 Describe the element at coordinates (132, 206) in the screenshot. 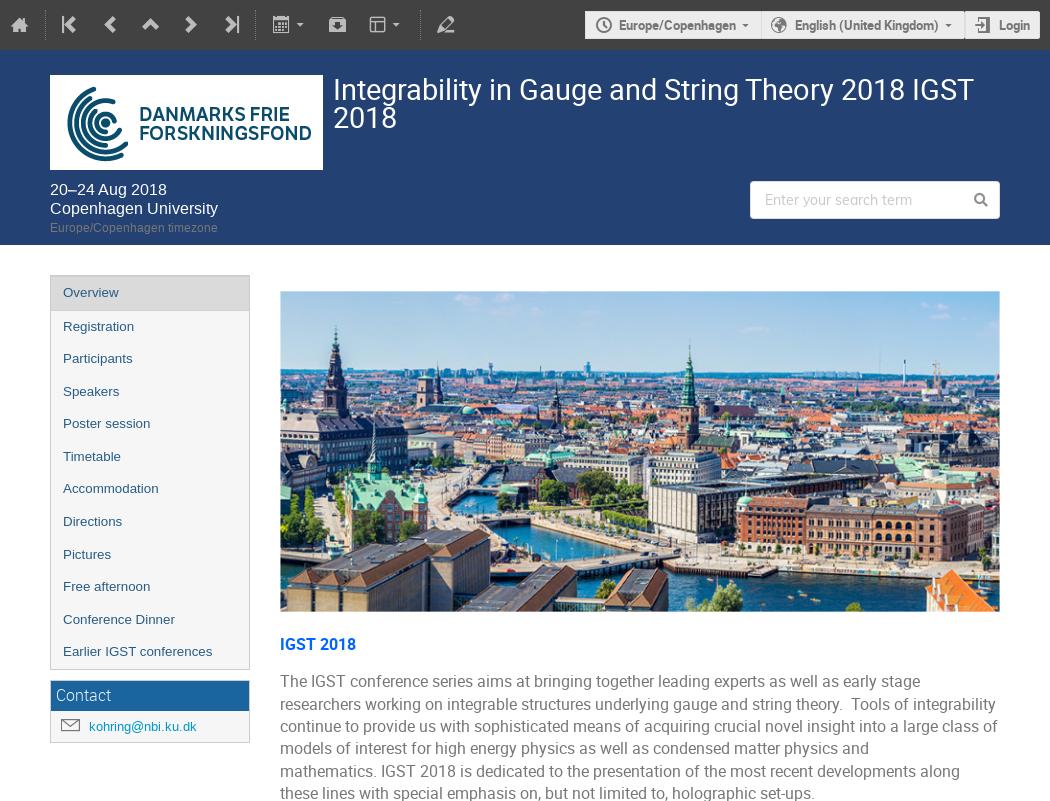

I see `'Copenhagen University'` at that location.